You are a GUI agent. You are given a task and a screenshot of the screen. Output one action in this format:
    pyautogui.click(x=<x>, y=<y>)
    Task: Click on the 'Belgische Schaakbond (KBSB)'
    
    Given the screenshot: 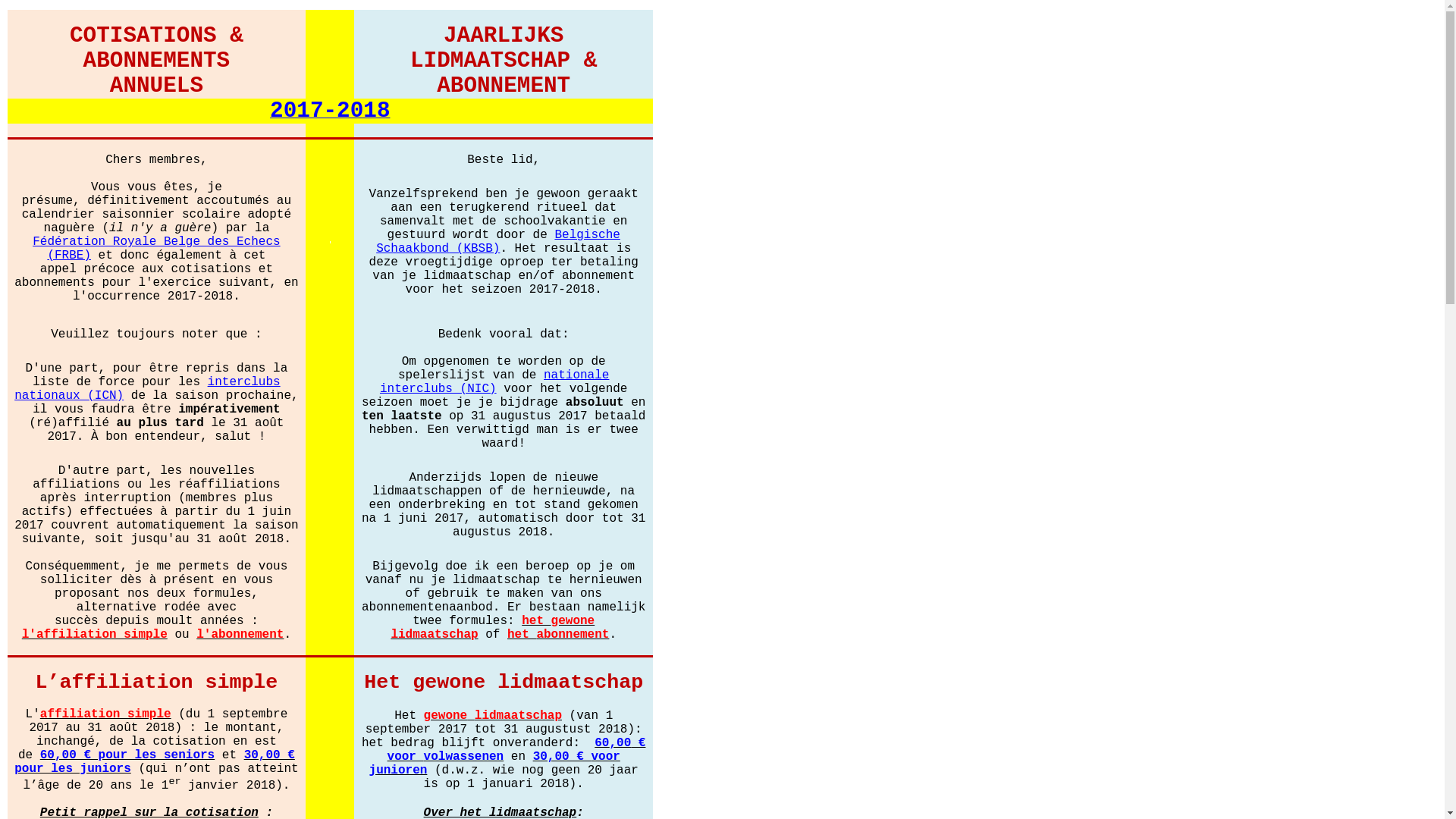 What is the action you would take?
    pyautogui.click(x=498, y=240)
    